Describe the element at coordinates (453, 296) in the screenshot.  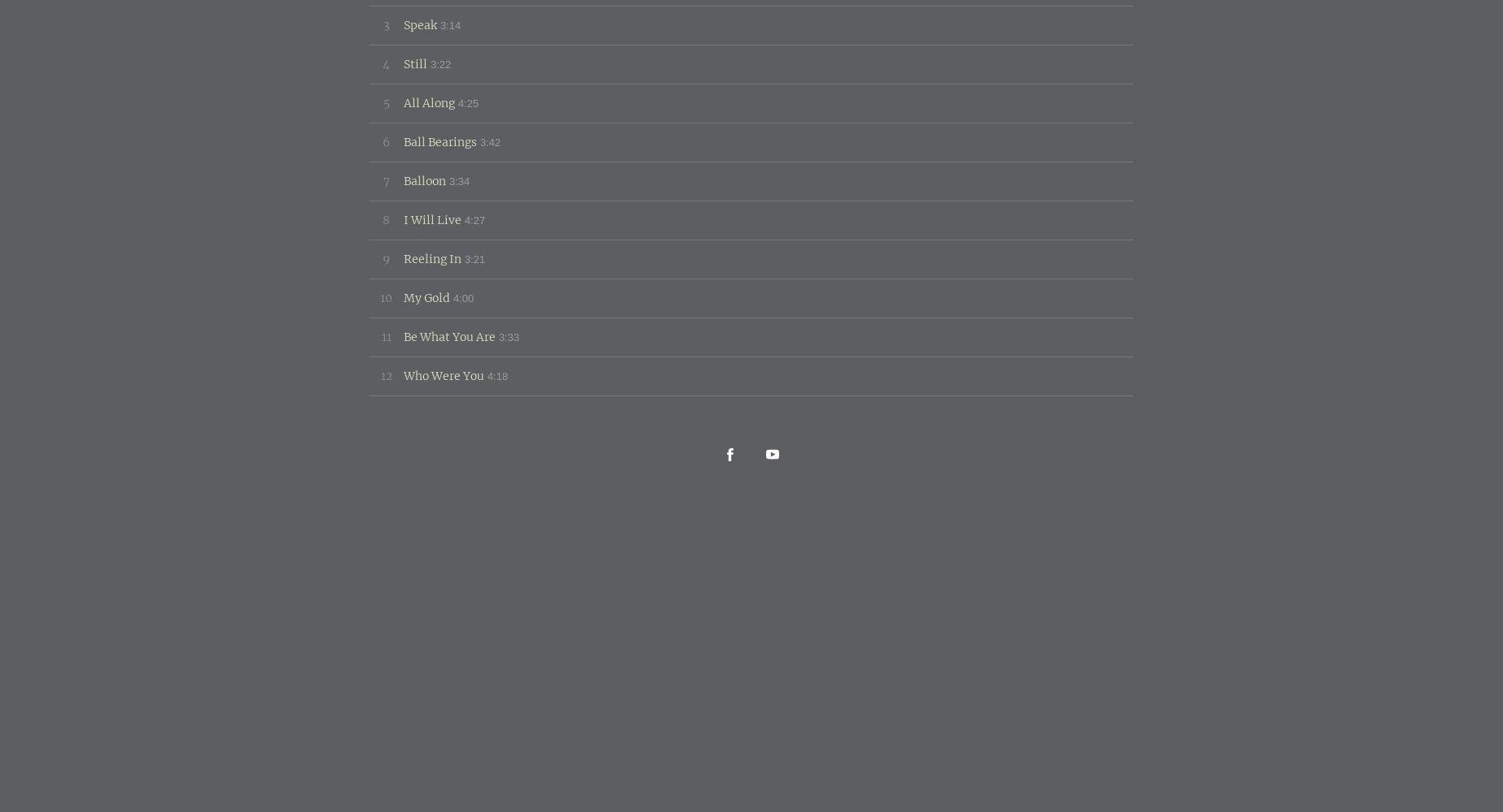
I see `'4:00'` at that location.